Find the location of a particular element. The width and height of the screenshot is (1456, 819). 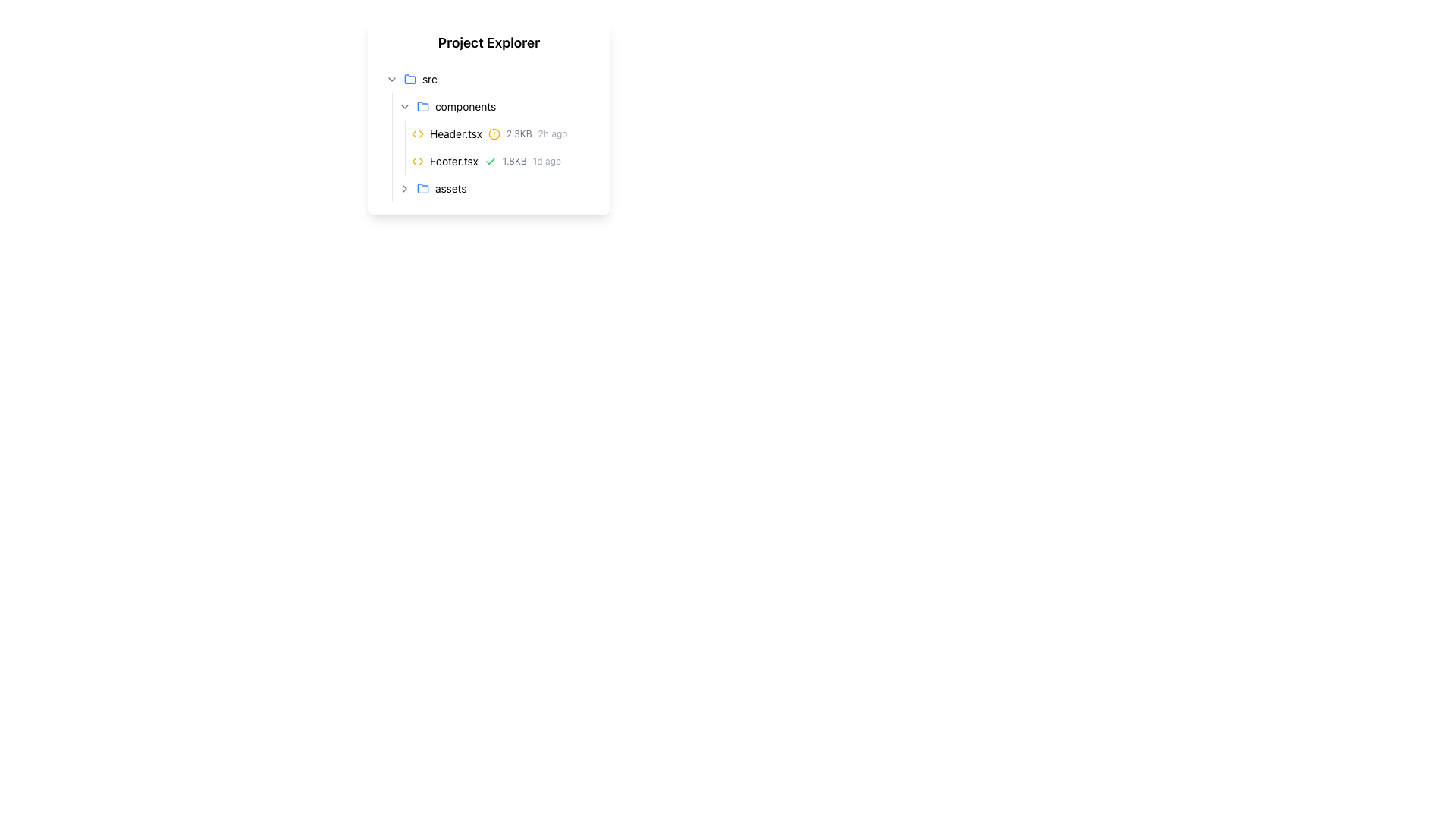

the Chevron icon next to the 'components' folder in the Project Explorer is located at coordinates (404, 106).